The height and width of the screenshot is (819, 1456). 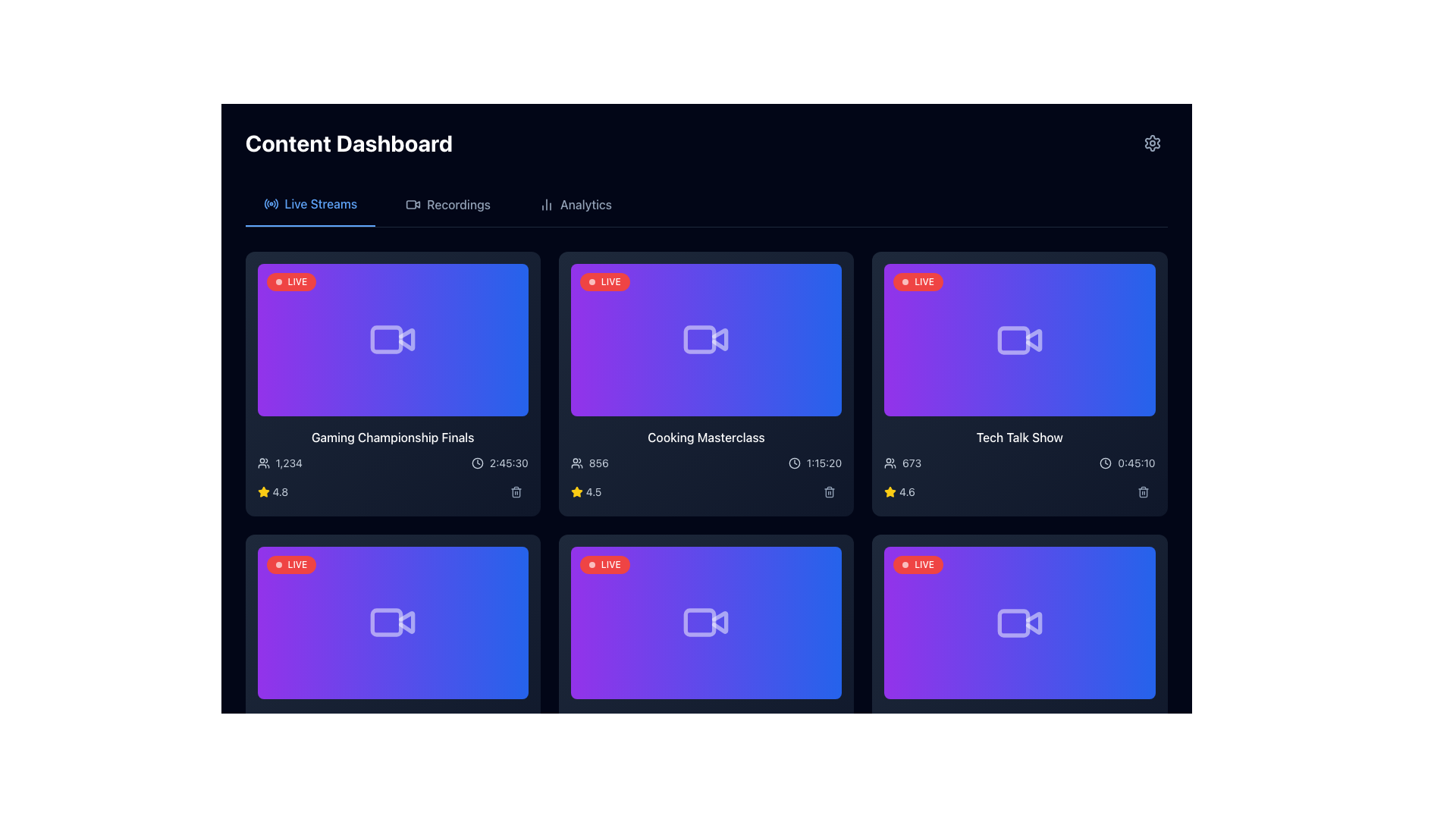 What do you see at coordinates (829, 491) in the screenshot?
I see `the circular delete button with a trash can icon located in the bottom-right corner of the second card in the top row of the dashboard grid` at bounding box center [829, 491].